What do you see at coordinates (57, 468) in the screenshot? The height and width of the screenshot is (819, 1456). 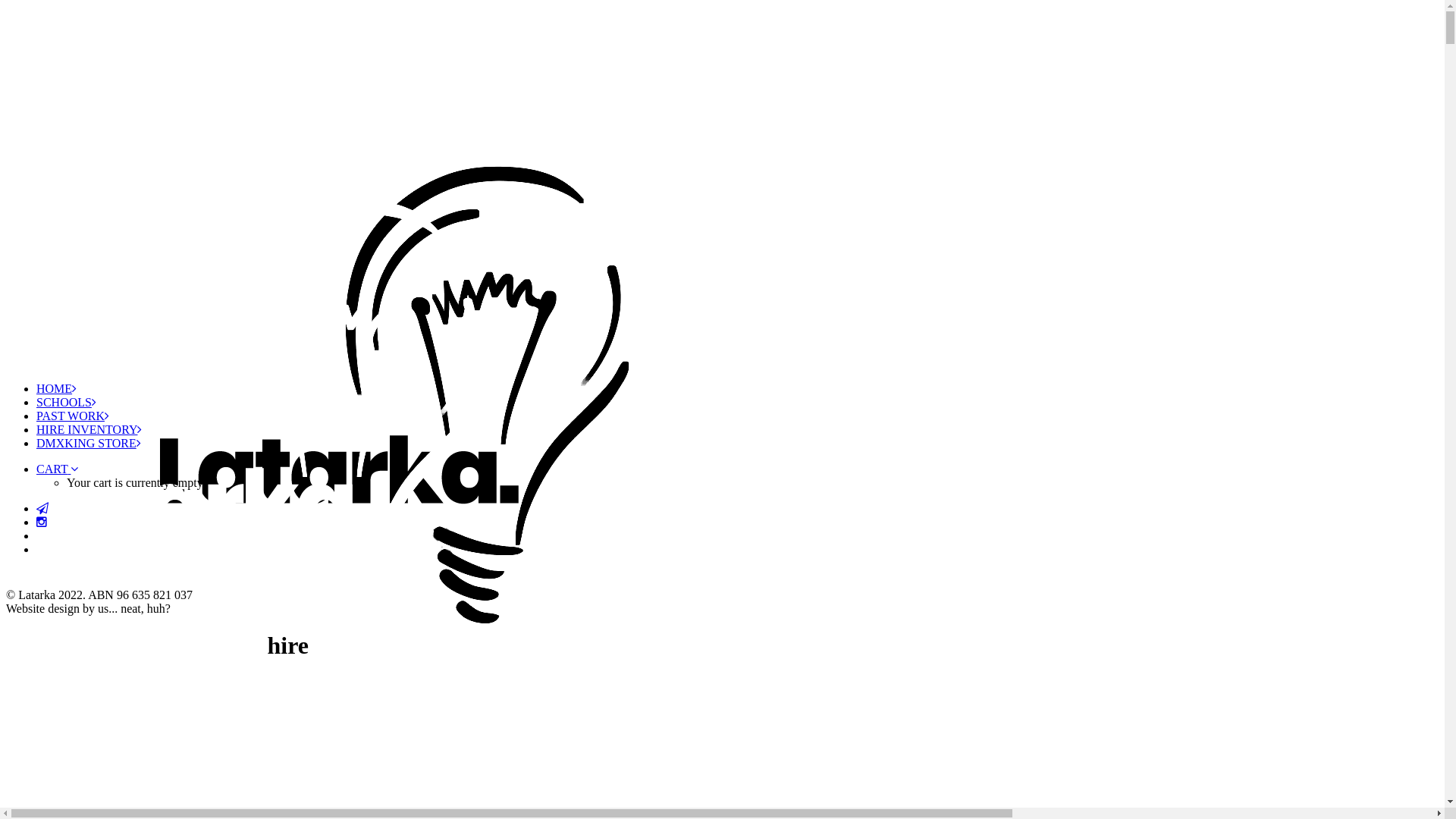 I see `'CART'` at bounding box center [57, 468].